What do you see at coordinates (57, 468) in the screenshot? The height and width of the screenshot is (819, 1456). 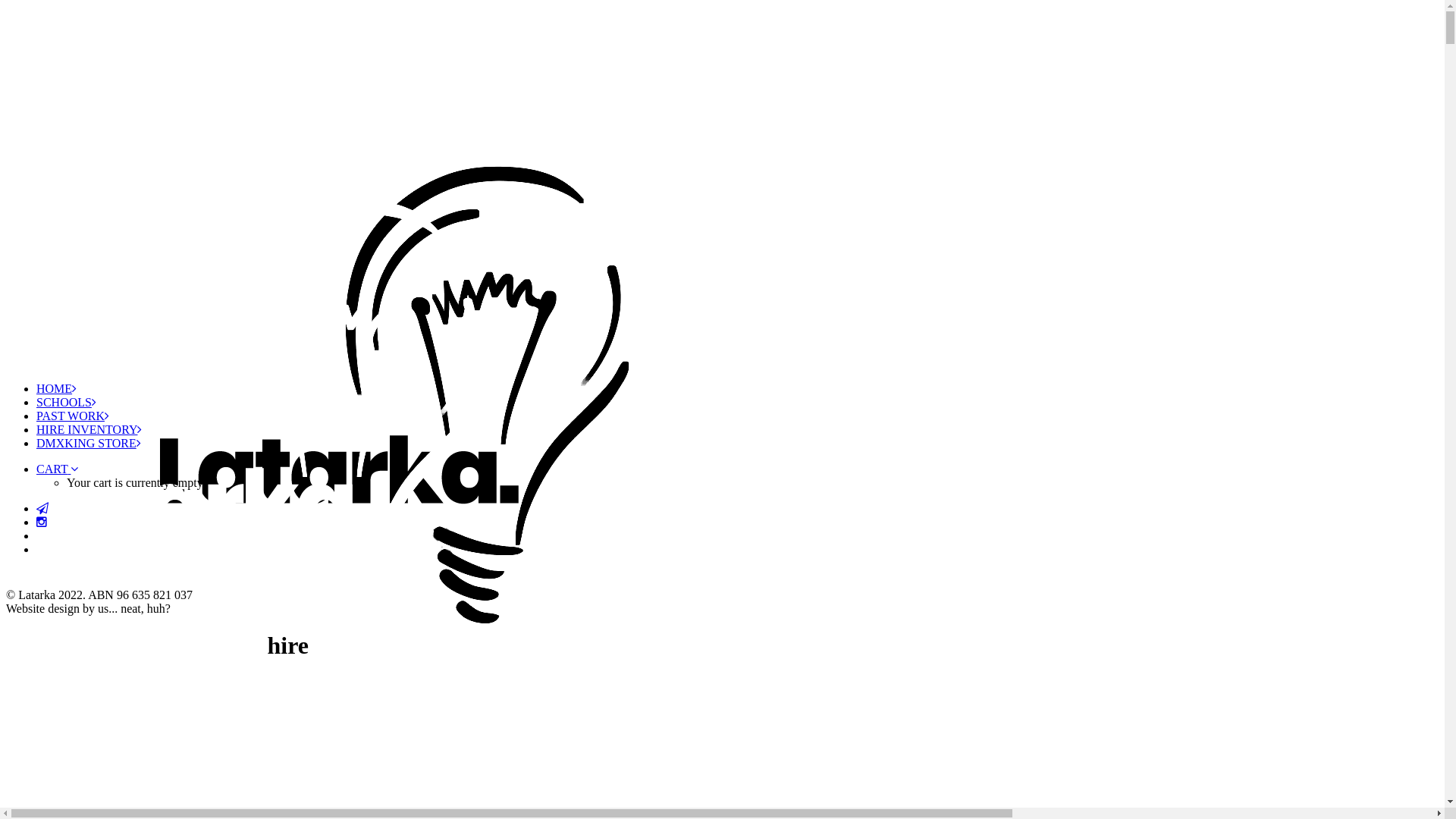 I see `'CART'` at bounding box center [57, 468].